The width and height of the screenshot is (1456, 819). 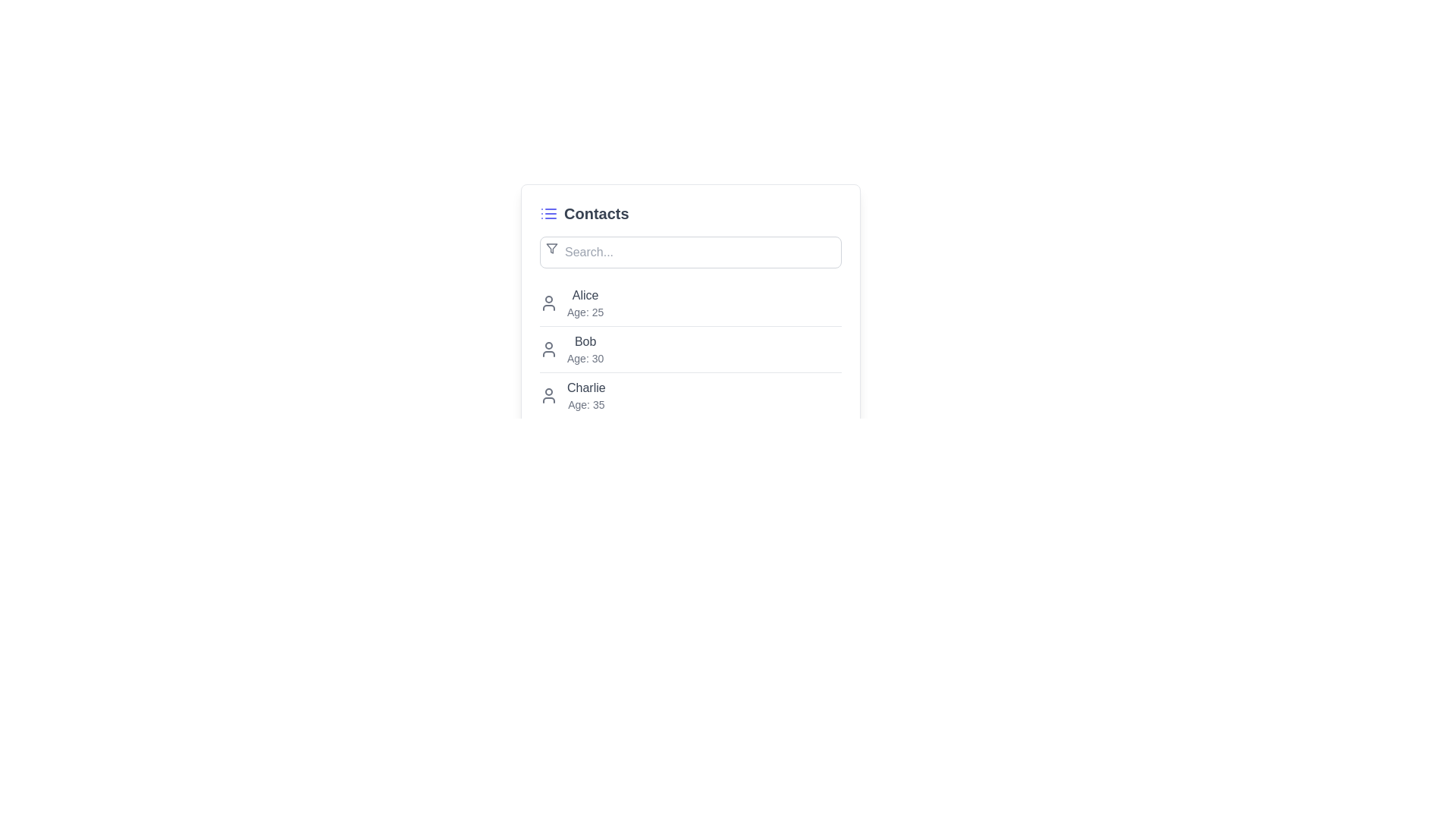 I want to click on the list item containing individual information, which is located between the items labeled 'Alice' and 'Charlie', so click(x=690, y=350).